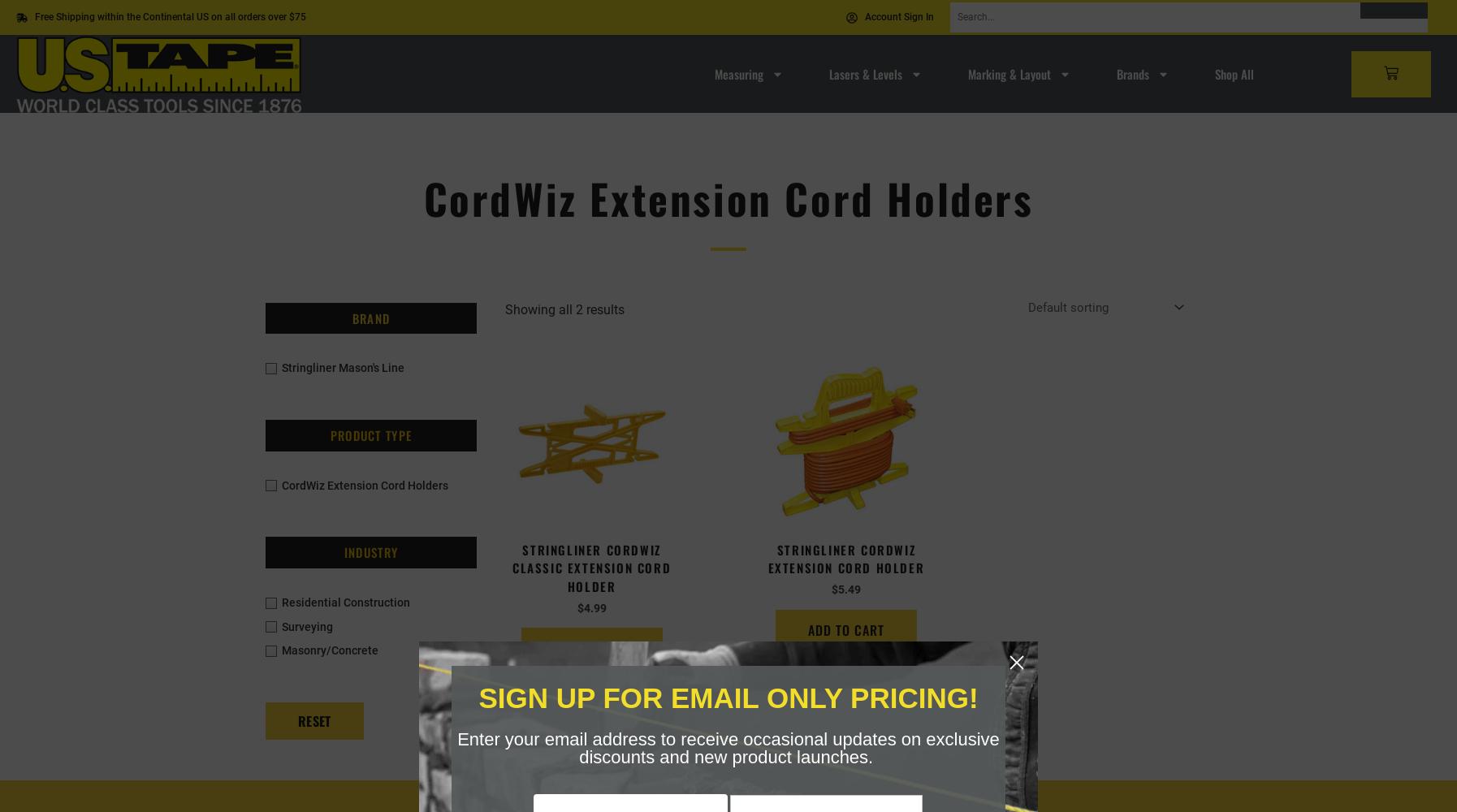 The image size is (1457, 812). Describe the element at coordinates (564, 309) in the screenshot. I see `'Showing all 2 results'` at that location.